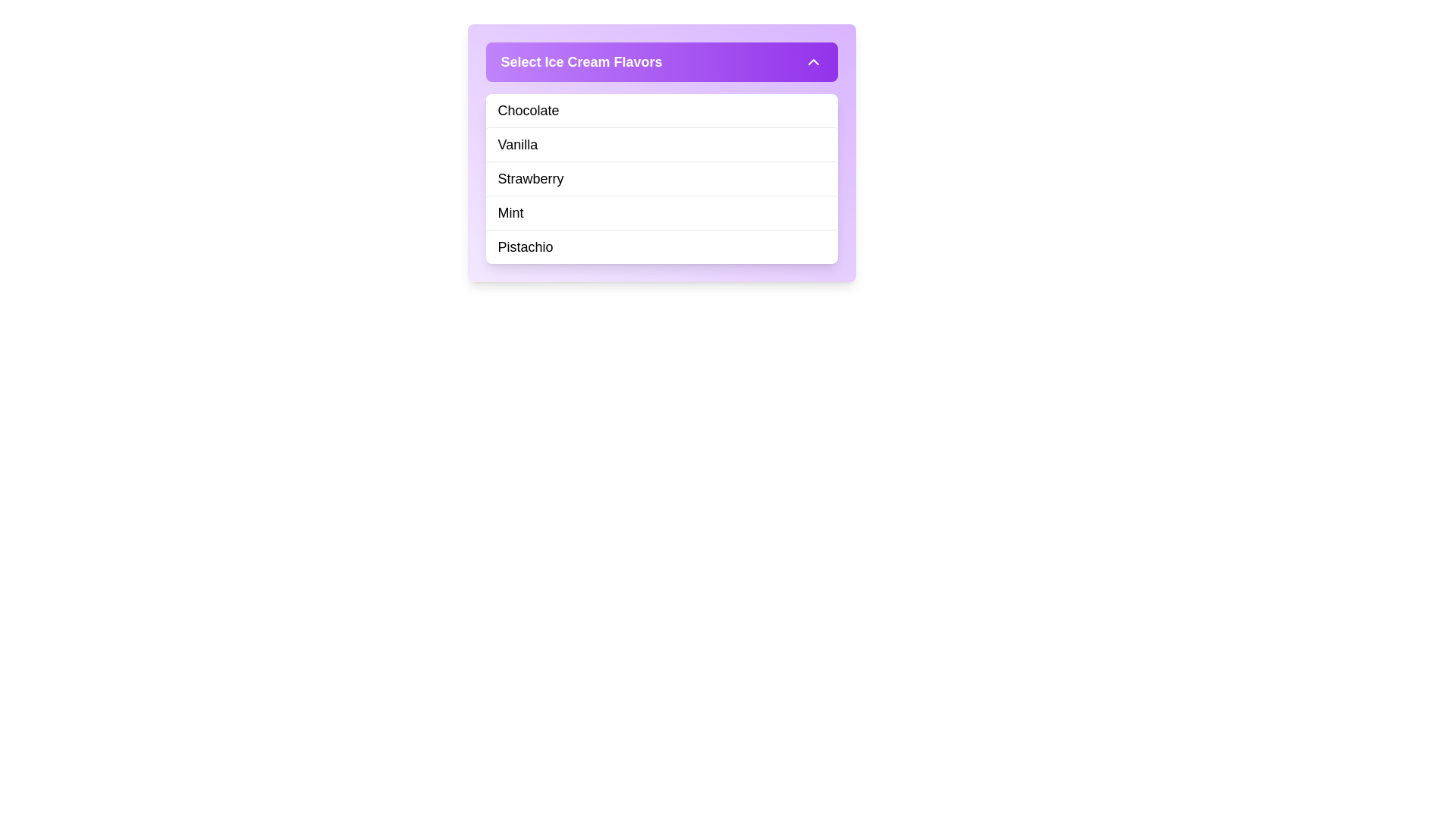 The image size is (1456, 819). What do you see at coordinates (510, 213) in the screenshot?
I see `the 'Mint' text label, which is the fourth item in a vertical list of ice cream flavors, positioned between 'Strawberry' and 'Pistachio'` at bounding box center [510, 213].